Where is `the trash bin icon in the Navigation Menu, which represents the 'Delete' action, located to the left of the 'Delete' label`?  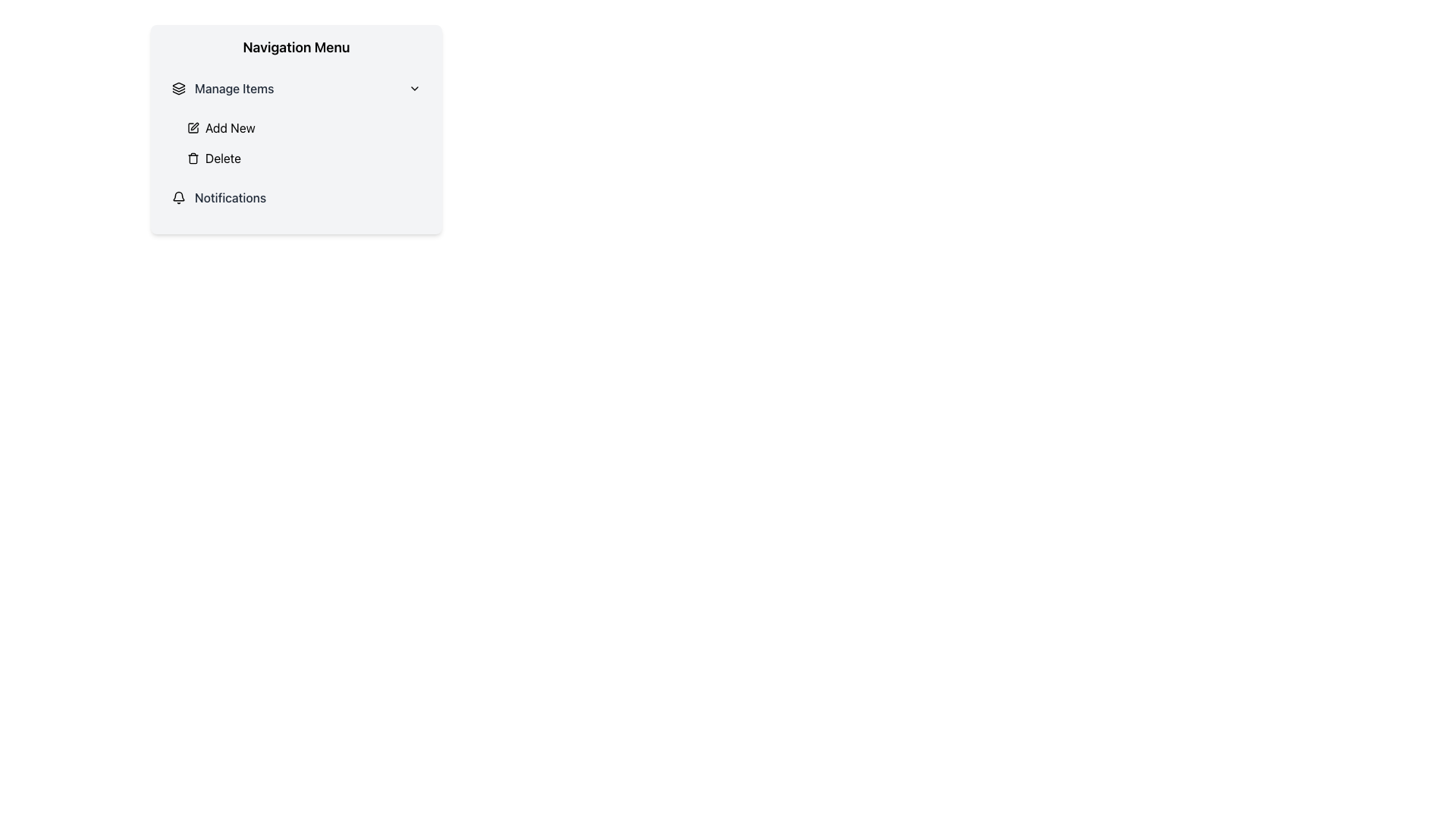
the trash bin icon in the Navigation Menu, which represents the 'Delete' action, located to the left of the 'Delete' label is located at coordinates (192, 158).